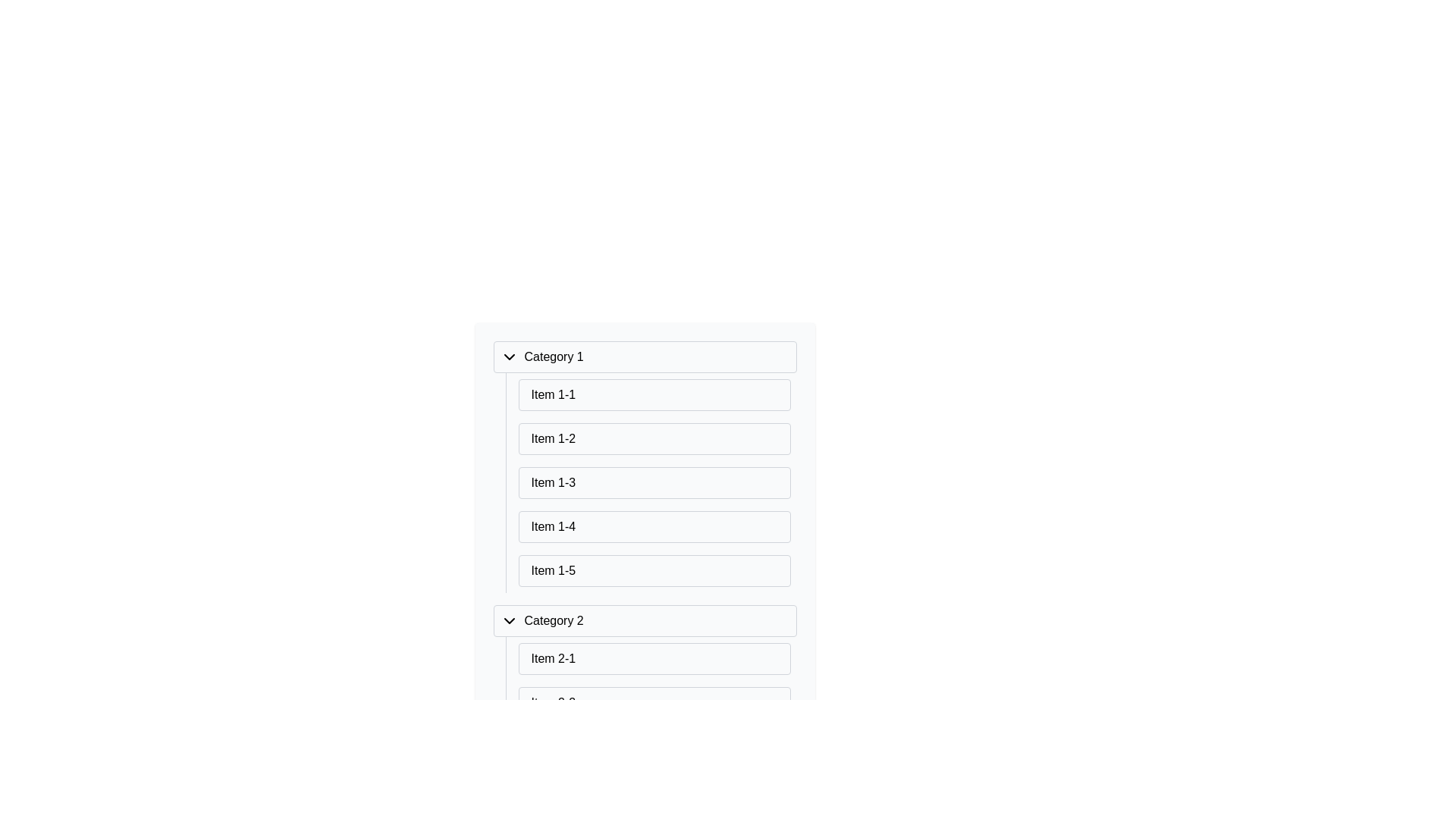 The height and width of the screenshot is (819, 1456). Describe the element at coordinates (654, 482) in the screenshot. I see `the third item in the 'Category 1' vertical menu list` at that location.